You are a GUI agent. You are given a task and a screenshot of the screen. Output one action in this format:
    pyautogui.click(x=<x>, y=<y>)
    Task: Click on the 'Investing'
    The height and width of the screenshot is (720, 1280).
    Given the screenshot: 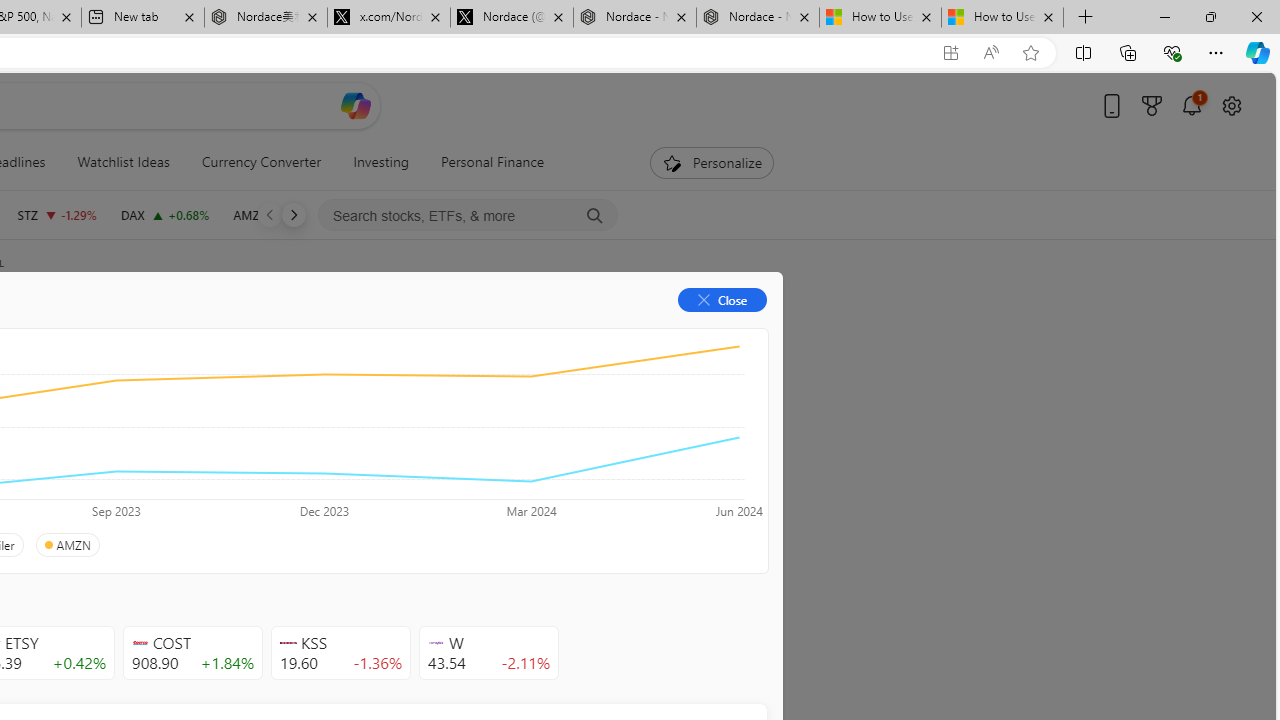 What is the action you would take?
    pyautogui.click(x=381, y=162)
    